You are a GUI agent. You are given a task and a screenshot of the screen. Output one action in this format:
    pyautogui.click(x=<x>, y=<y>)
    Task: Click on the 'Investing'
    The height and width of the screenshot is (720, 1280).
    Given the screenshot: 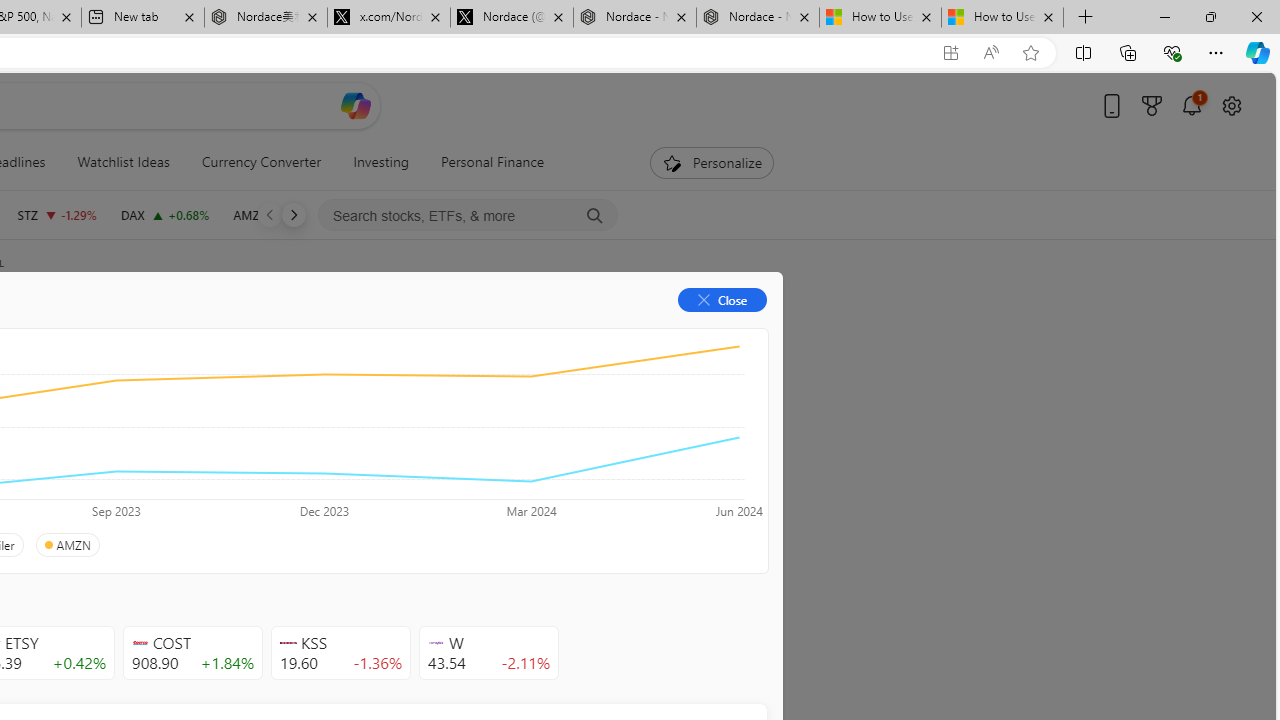 What is the action you would take?
    pyautogui.click(x=381, y=162)
    